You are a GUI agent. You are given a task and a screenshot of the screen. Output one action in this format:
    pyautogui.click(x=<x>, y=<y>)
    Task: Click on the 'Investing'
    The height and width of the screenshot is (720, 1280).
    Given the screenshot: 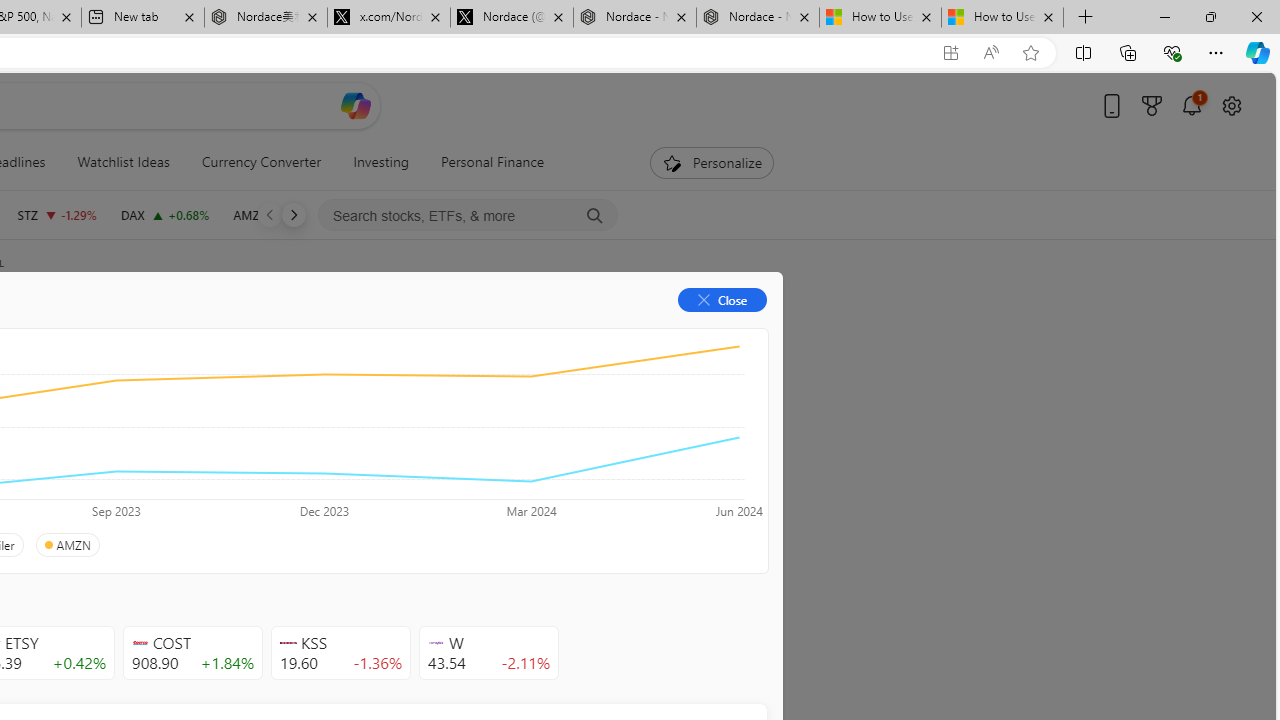 What is the action you would take?
    pyautogui.click(x=381, y=162)
    